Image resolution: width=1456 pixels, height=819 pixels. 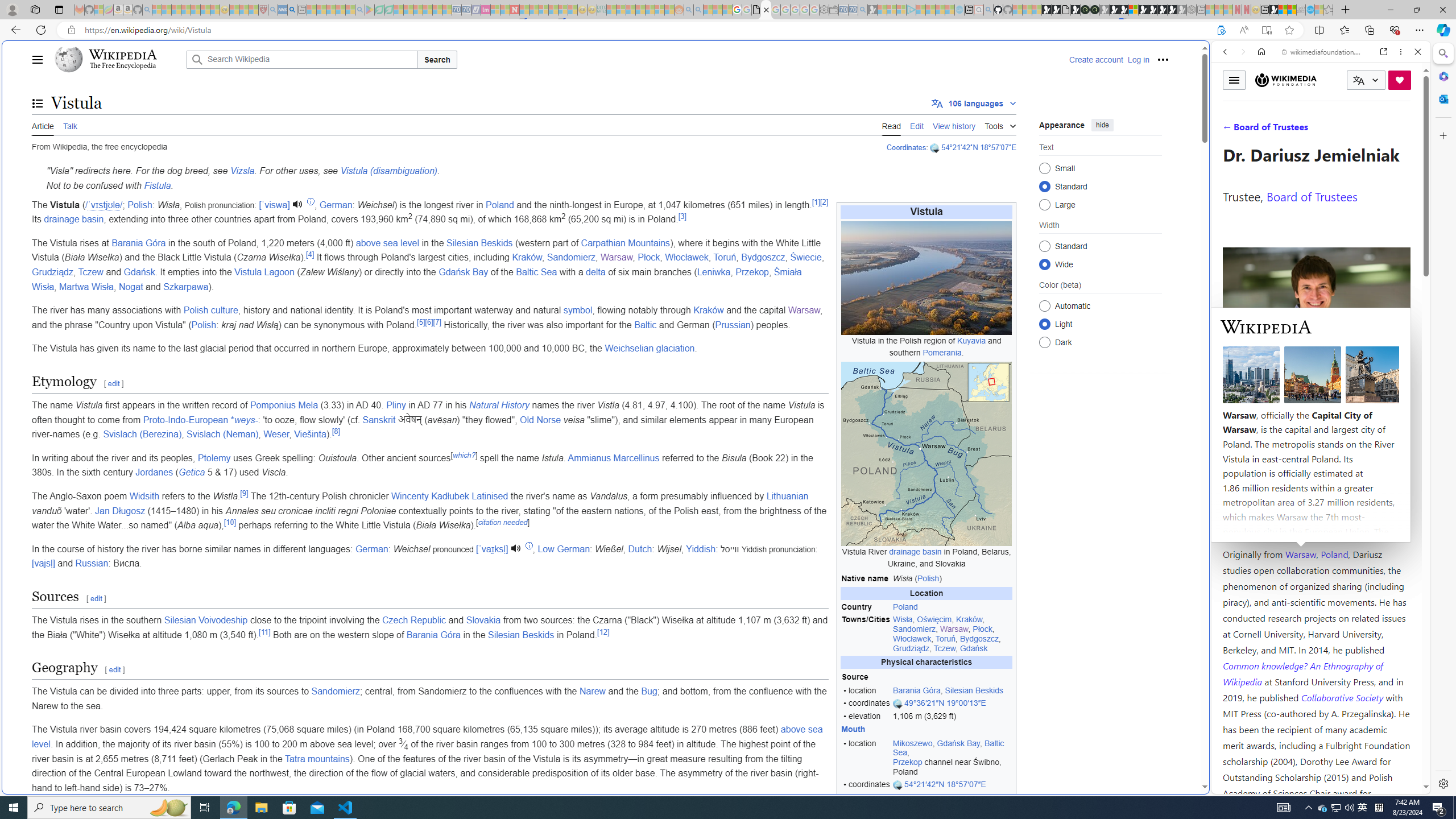 What do you see at coordinates (916, 124) in the screenshot?
I see `'Edit'` at bounding box center [916, 124].